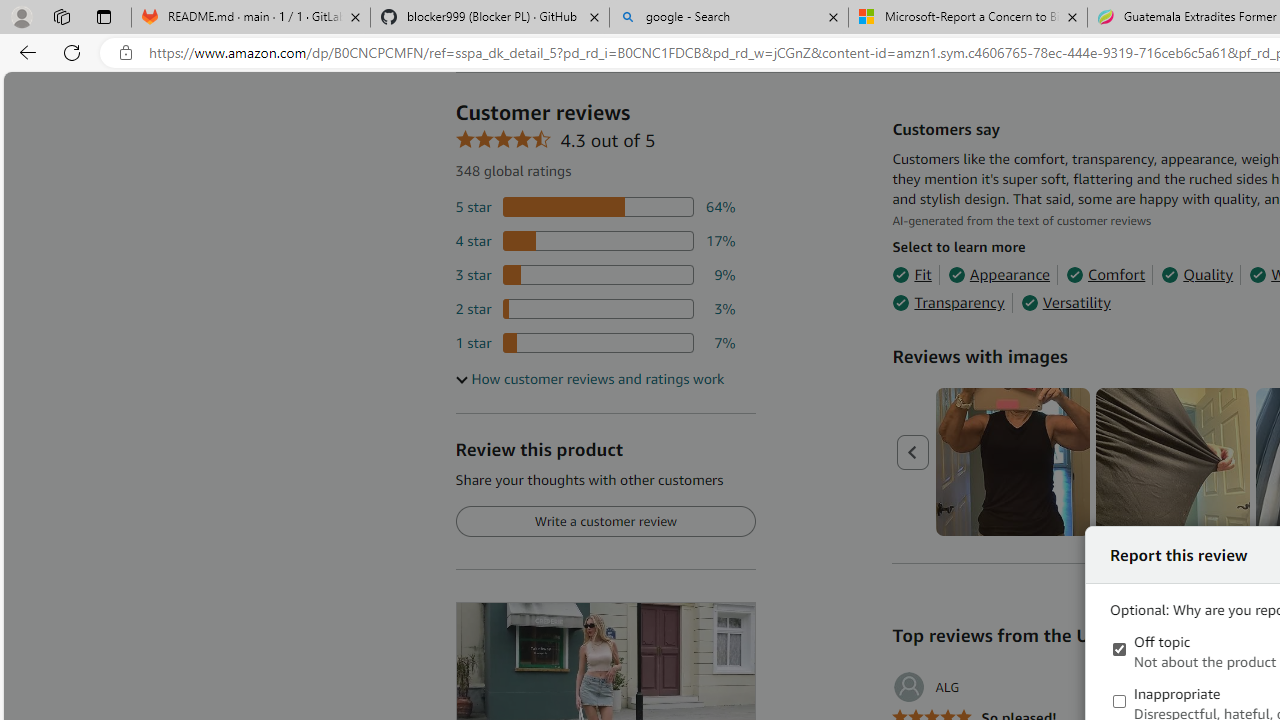 The width and height of the screenshot is (1280, 720). What do you see at coordinates (925, 686) in the screenshot?
I see `'ALG'` at bounding box center [925, 686].